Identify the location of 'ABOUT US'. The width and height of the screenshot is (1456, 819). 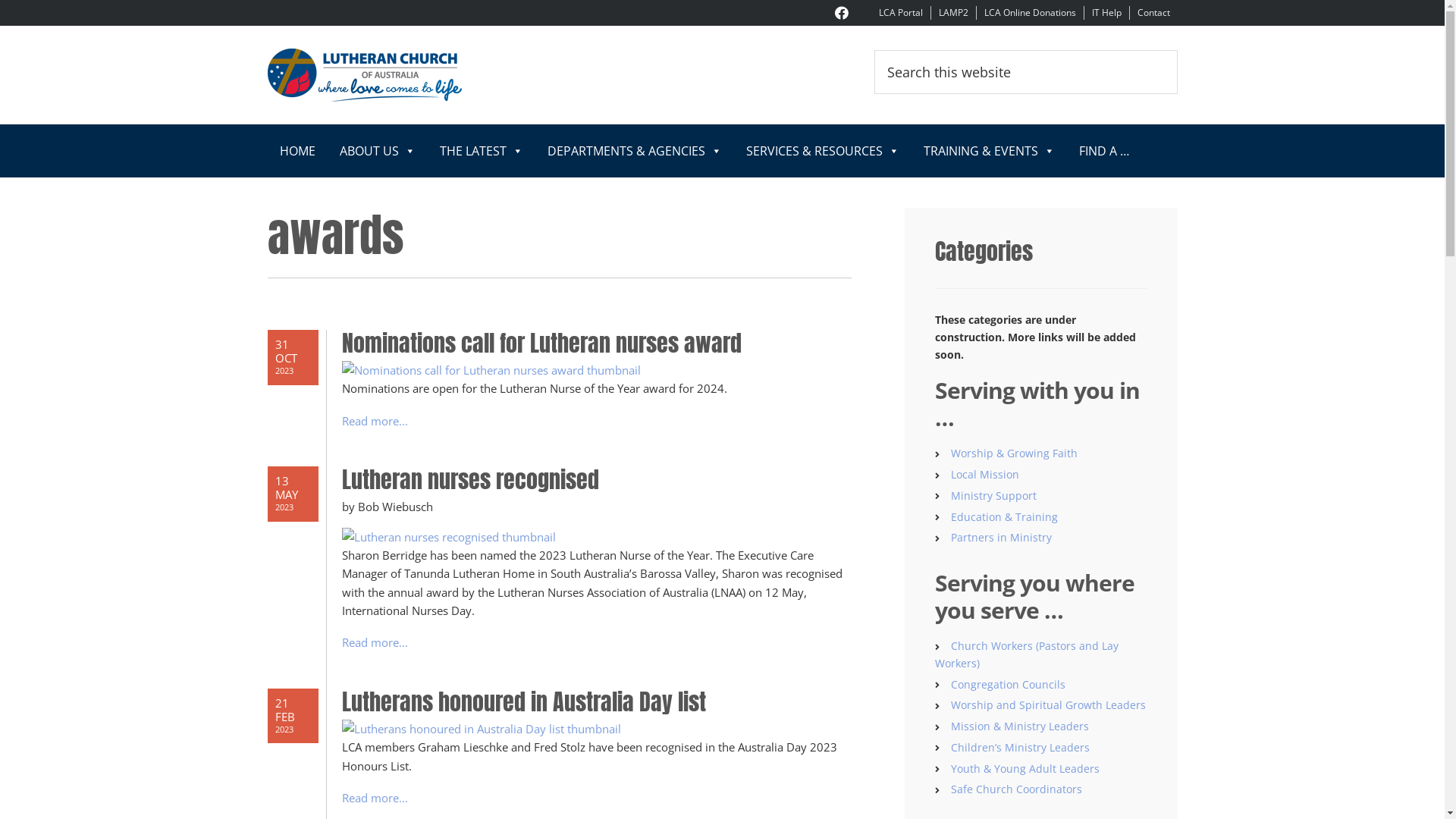
(378, 151).